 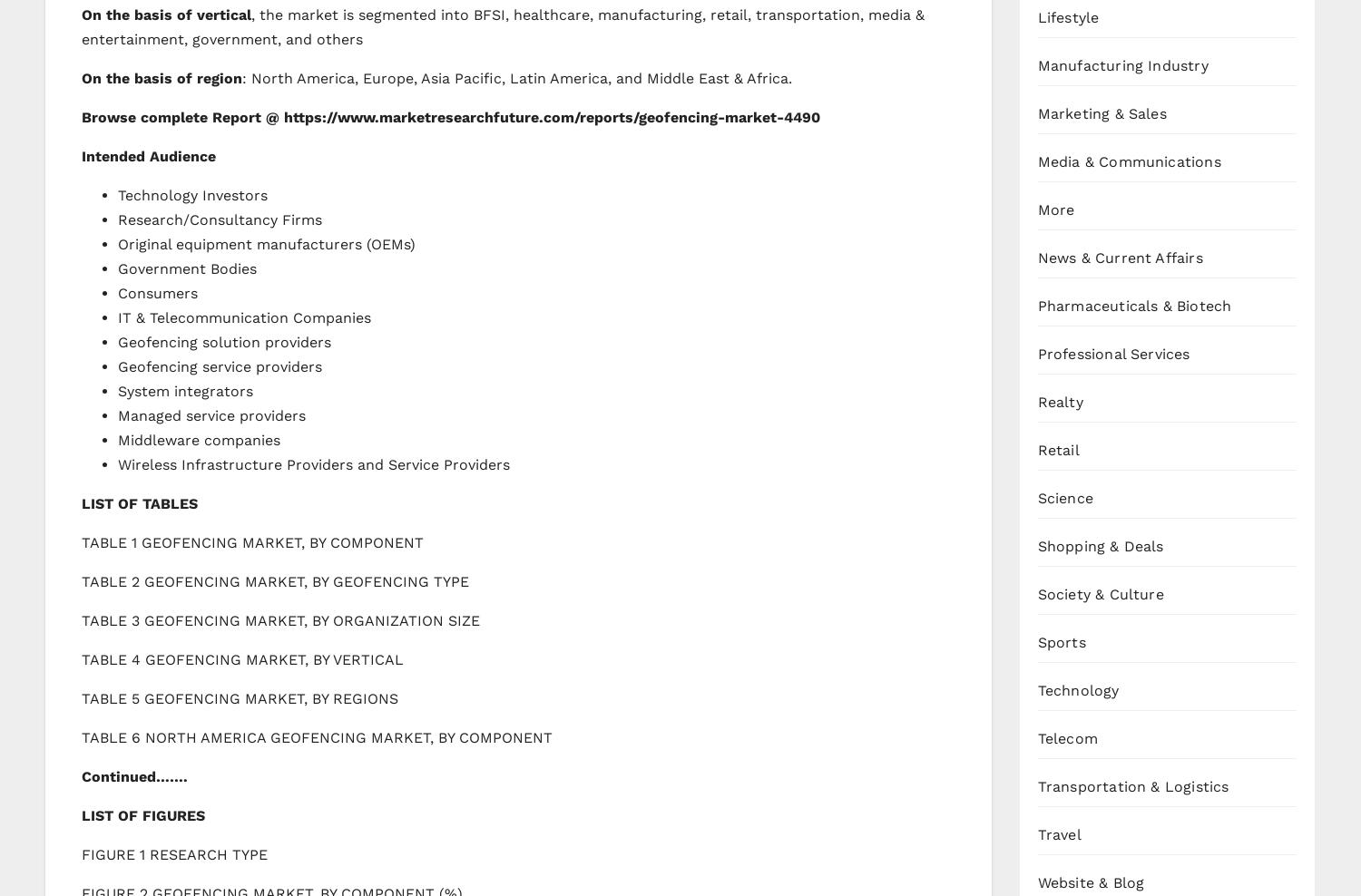 I want to click on 'Society & Culture', so click(x=1099, y=592).